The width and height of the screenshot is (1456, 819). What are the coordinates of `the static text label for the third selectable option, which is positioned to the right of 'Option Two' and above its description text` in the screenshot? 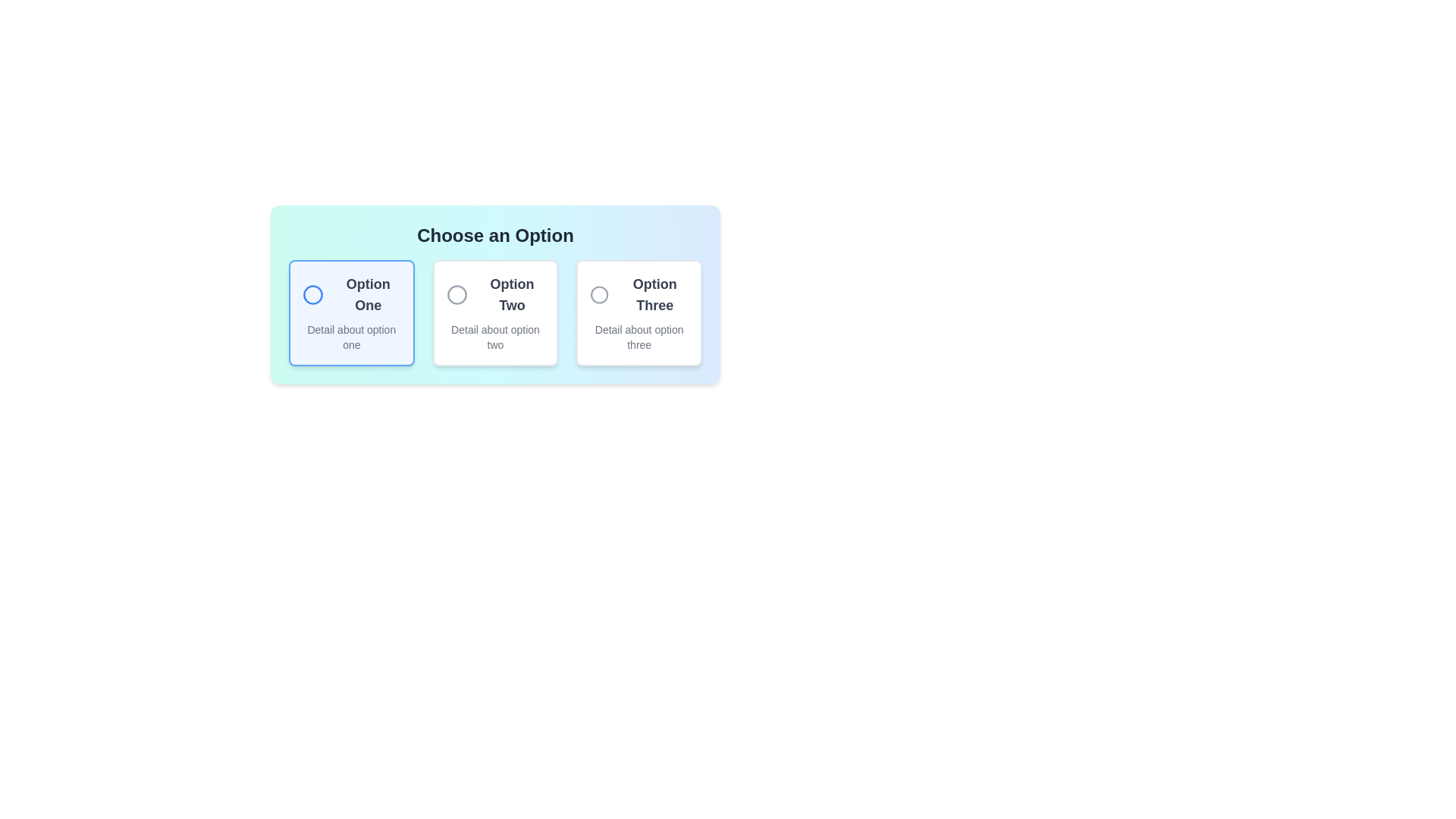 It's located at (654, 295).